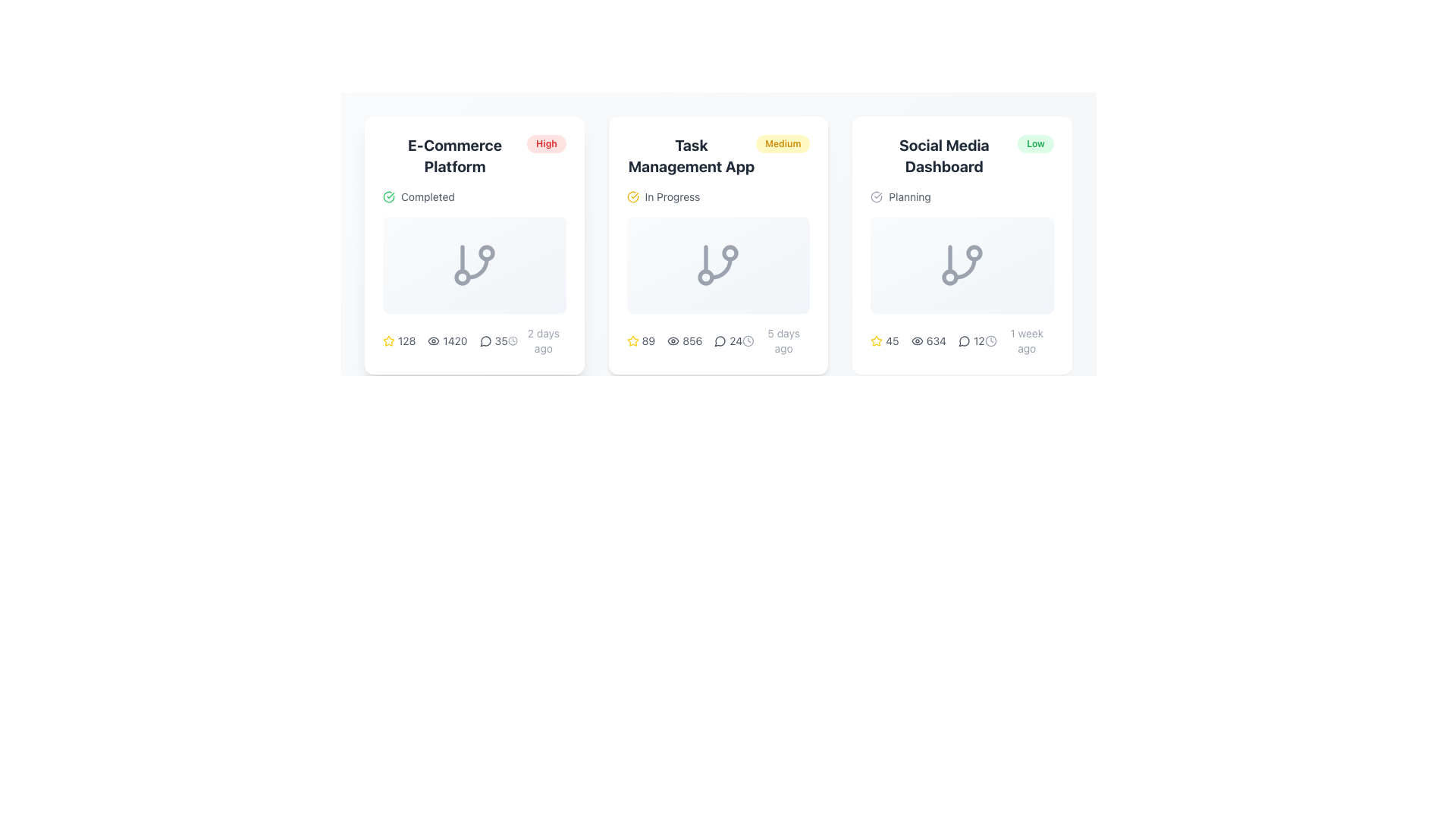  What do you see at coordinates (691, 155) in the screenshot?
I see `the bold text label displaying 'Task Management App' which is prominently located at the top-center of the middle column in the interface` at bounding box center [691, 155].